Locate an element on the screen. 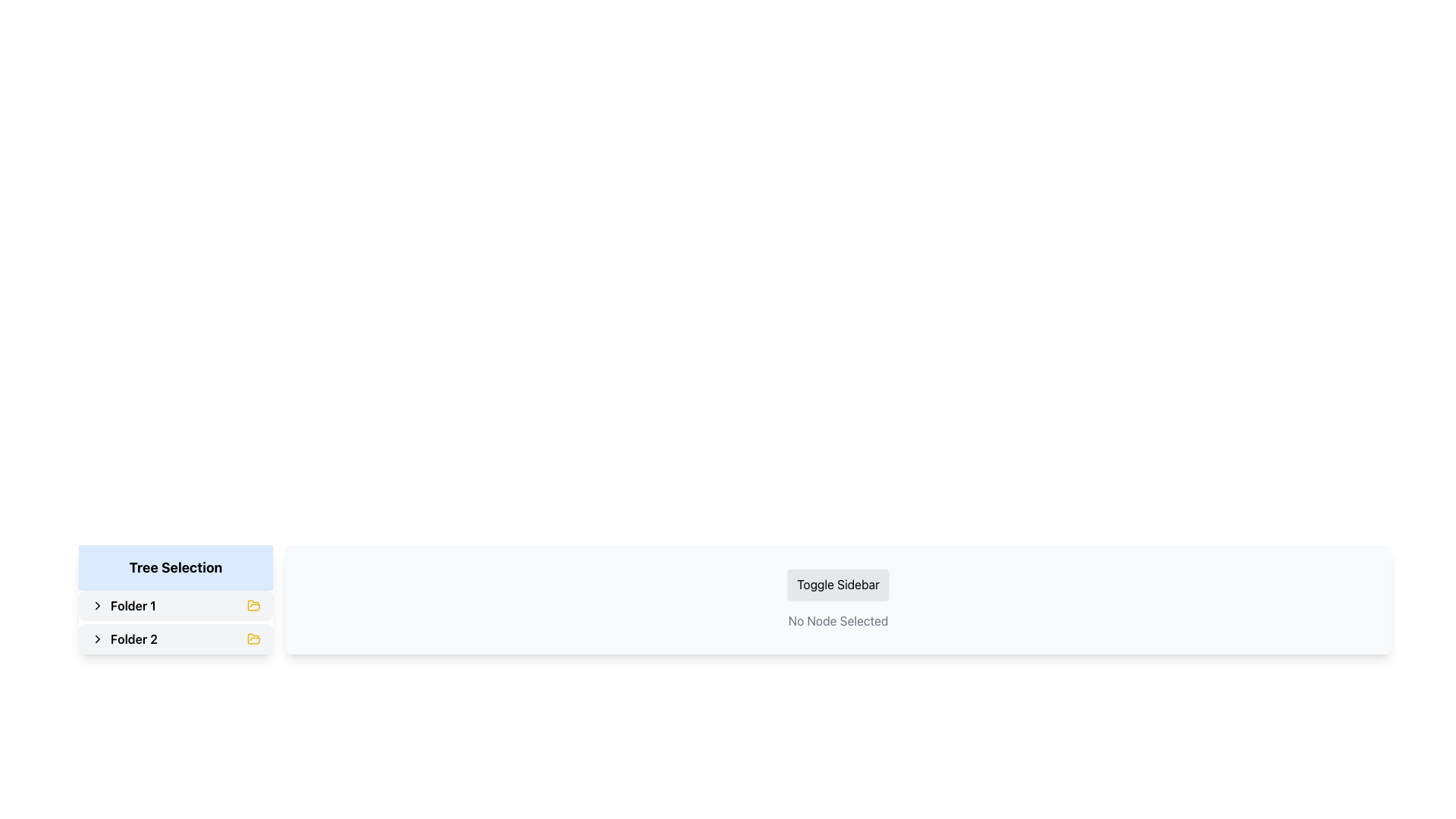 This screenshot has height=819, width=1456. the open folder icon with a yellow outline located at the right end of the 'Folder 2' entry in the Tree Selection list is located at coordinates (254, 639).